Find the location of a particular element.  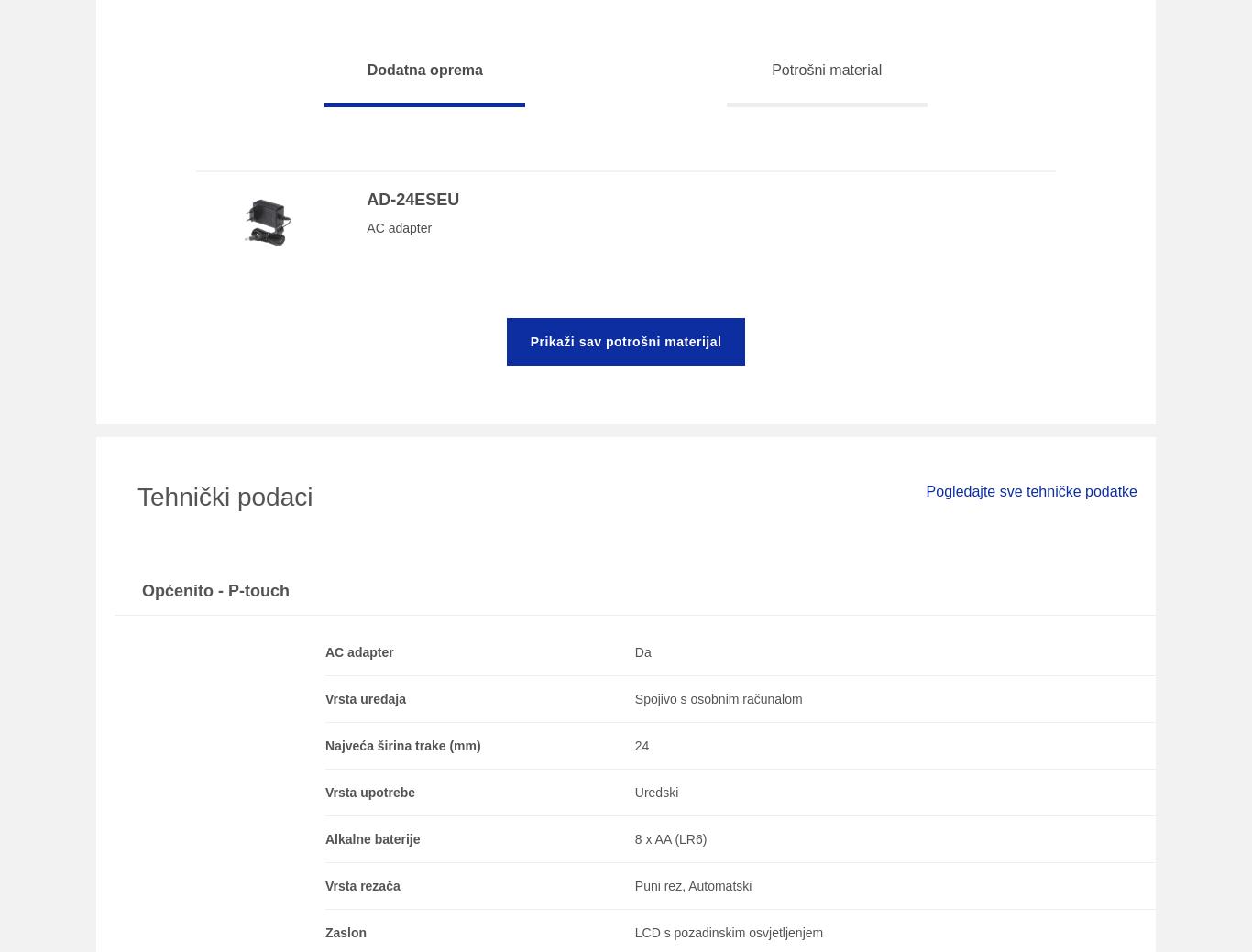

'Informacije o sigurnosnoj podršci' is located at coordinates (467, 599).